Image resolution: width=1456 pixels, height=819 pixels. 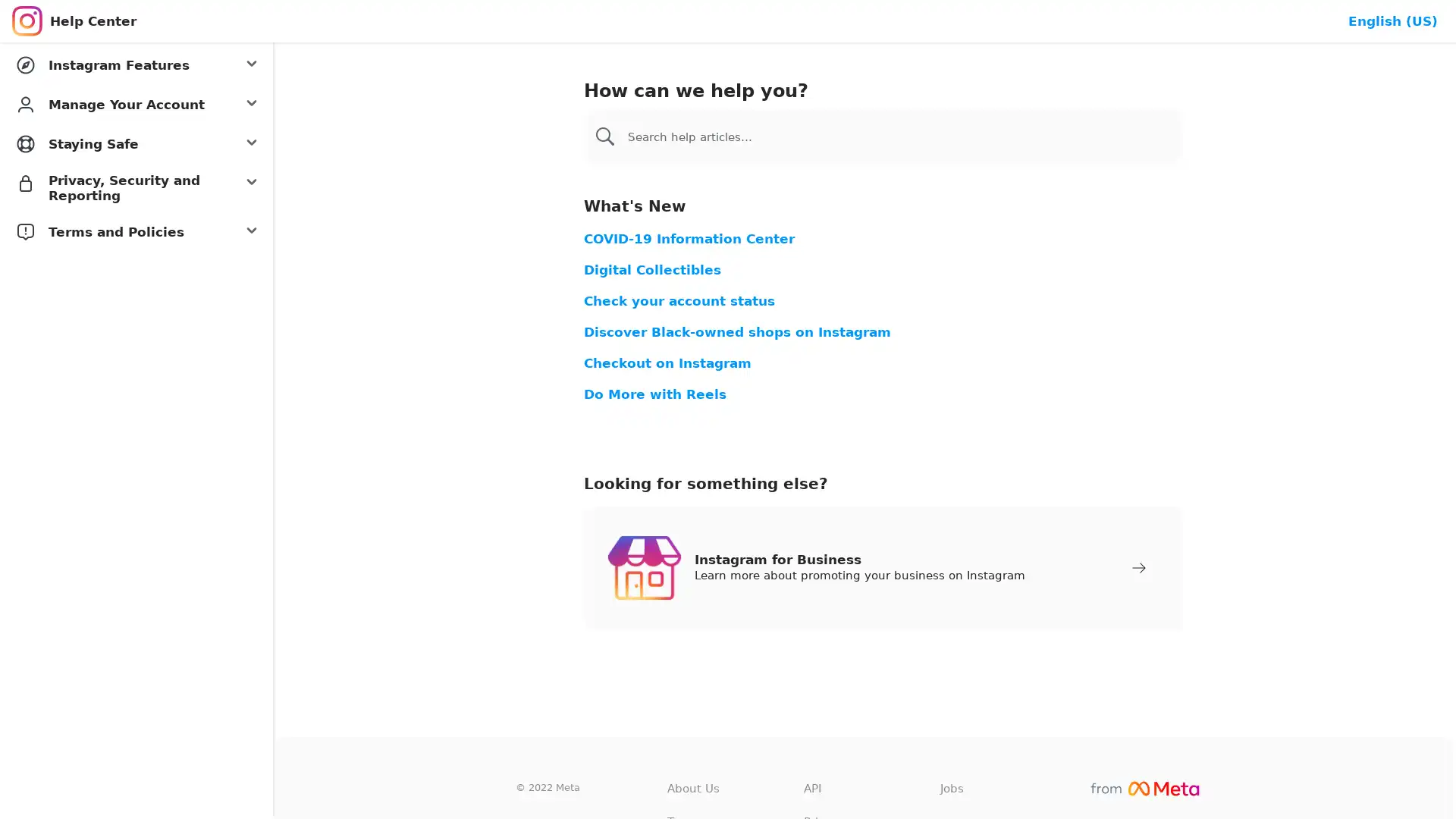 I want to click on Staying Safe, so click(x=136, y=143).